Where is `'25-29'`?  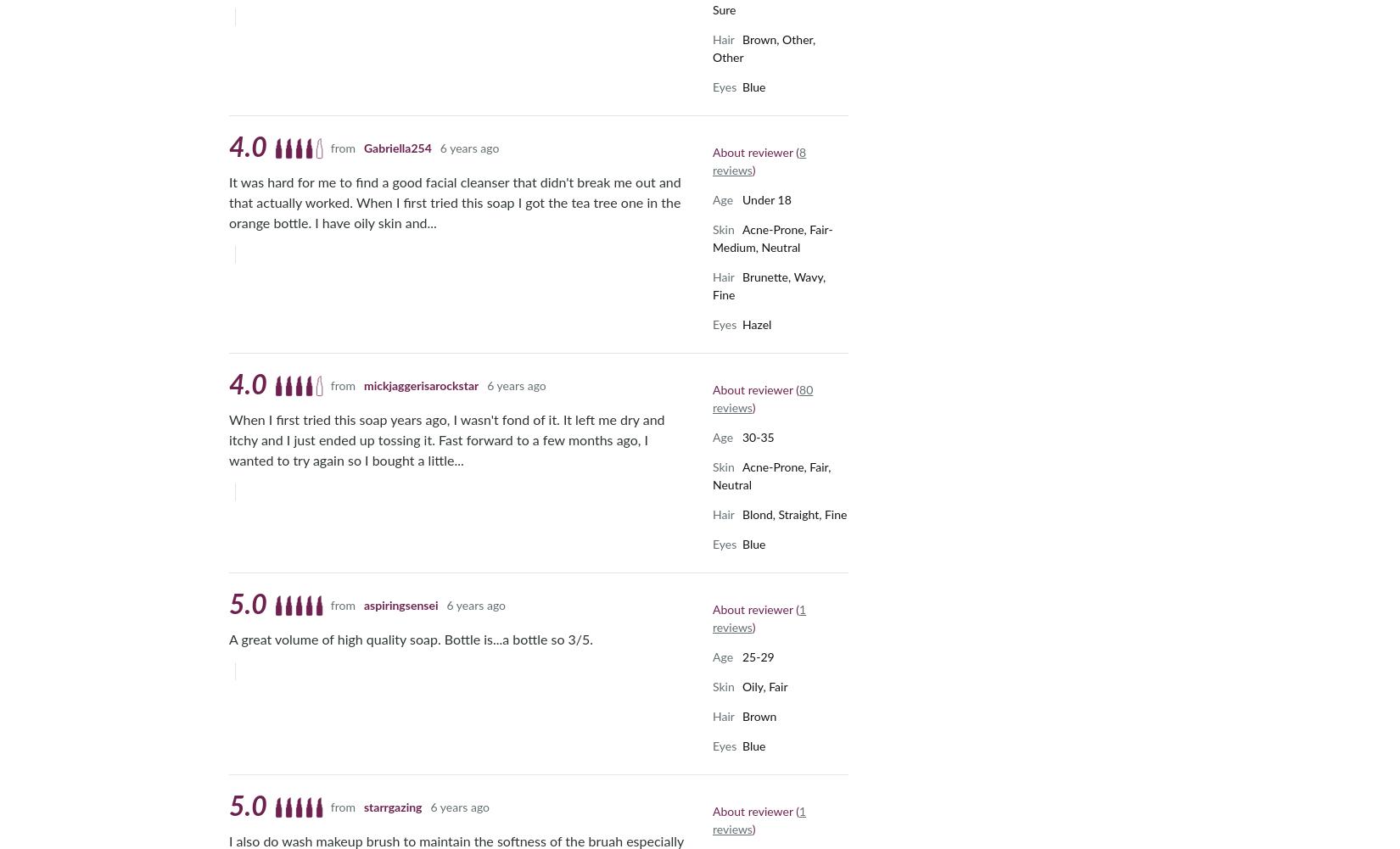
'25-29' is located at coordinates (758, 656).